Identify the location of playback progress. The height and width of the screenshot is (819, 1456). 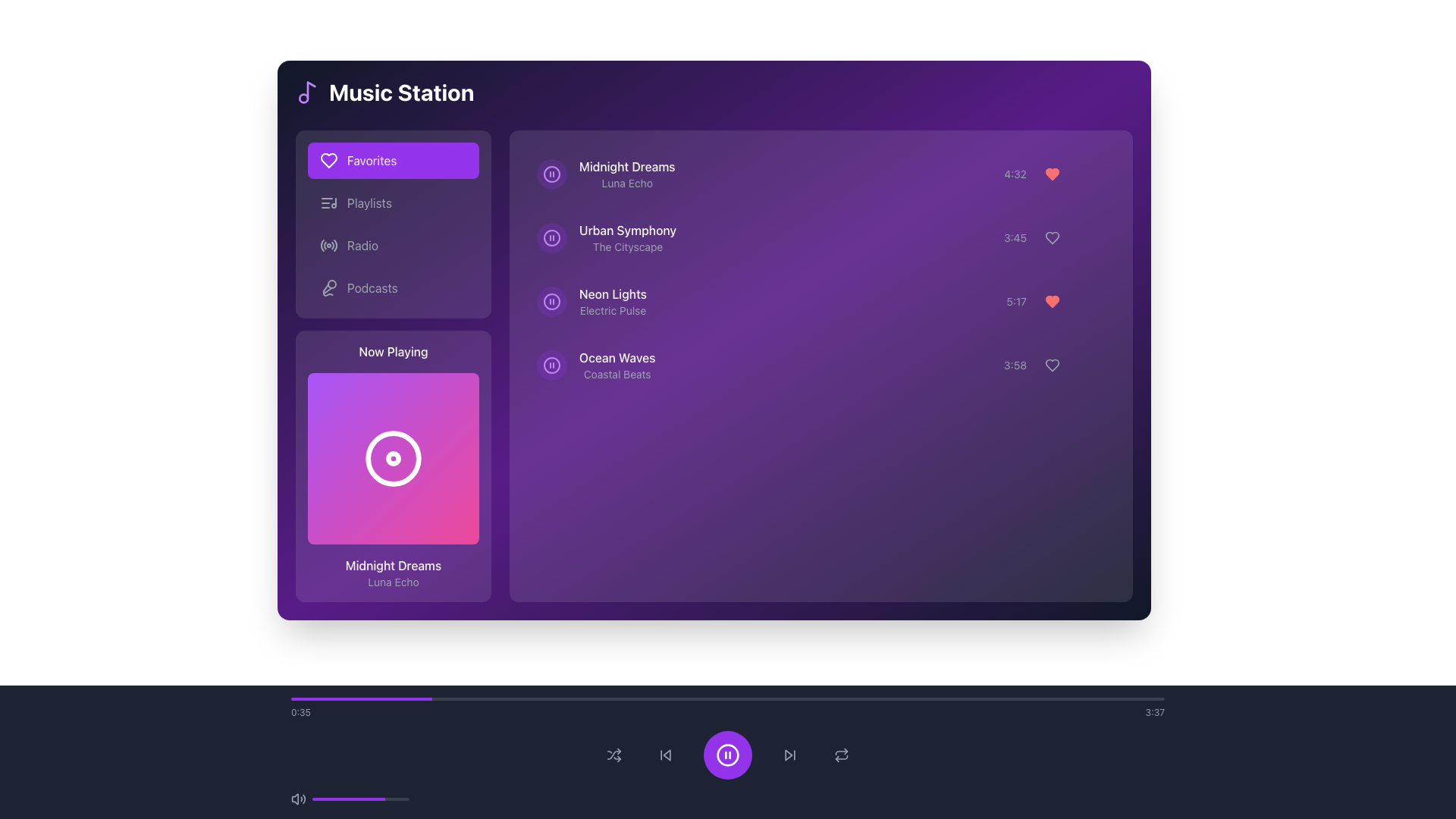
(657, 698).